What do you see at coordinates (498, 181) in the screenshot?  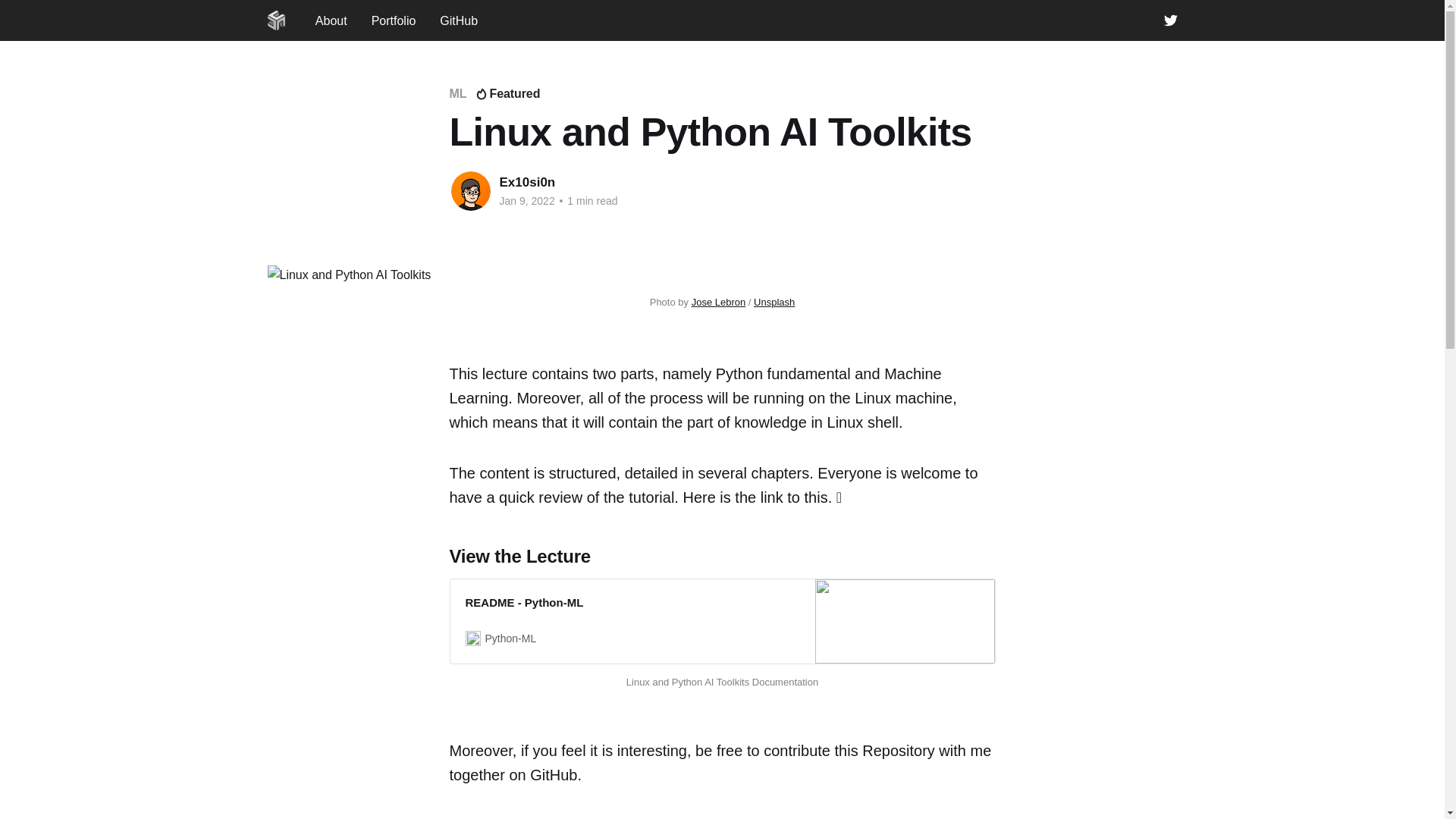 I see `'Ex10si0n'` at bounding box center [498, 181].